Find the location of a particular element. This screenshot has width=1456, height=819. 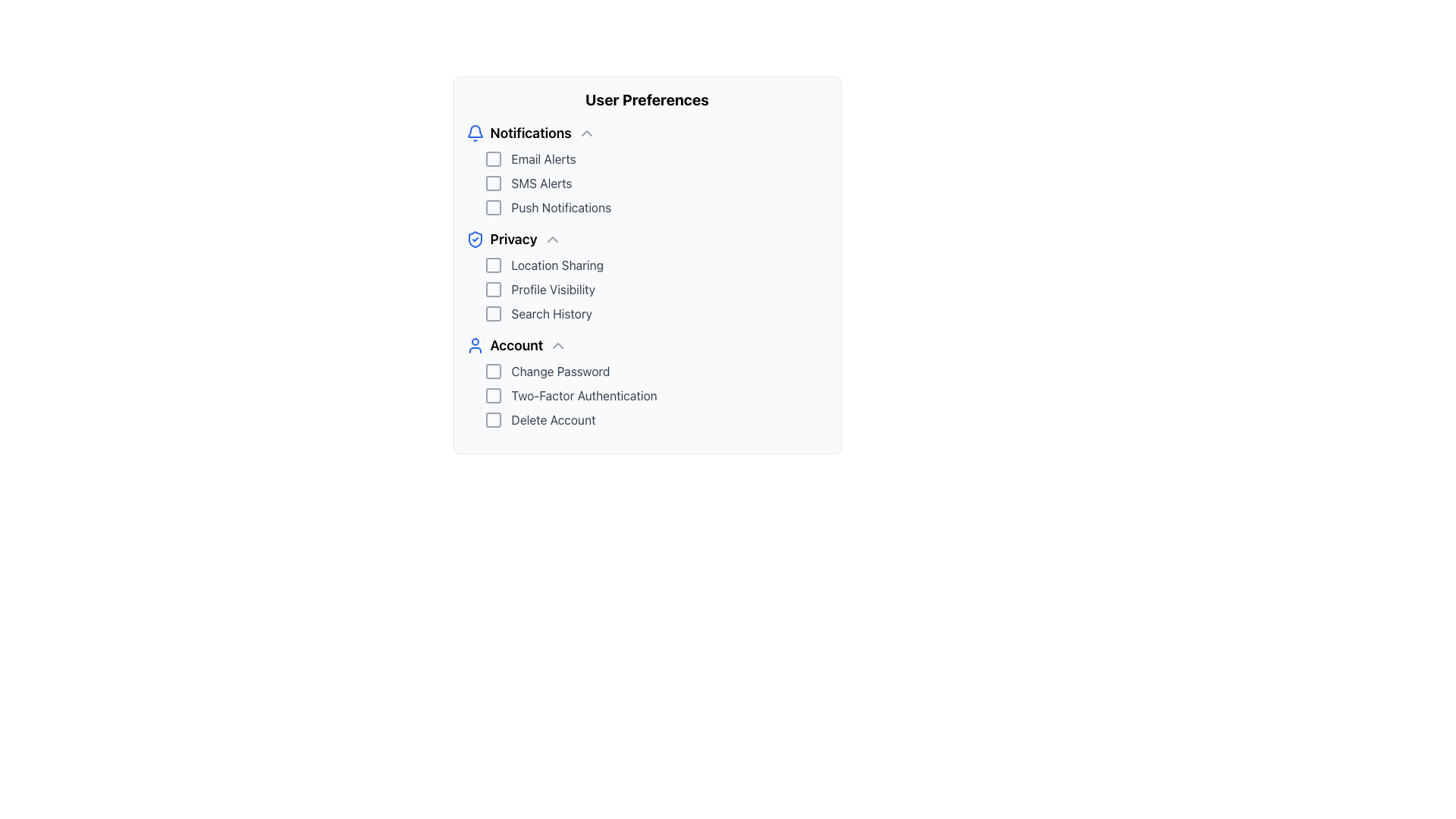

the checkbox for 'Profile Visibility' in the Privacy section is located at coordinates (493, 289).